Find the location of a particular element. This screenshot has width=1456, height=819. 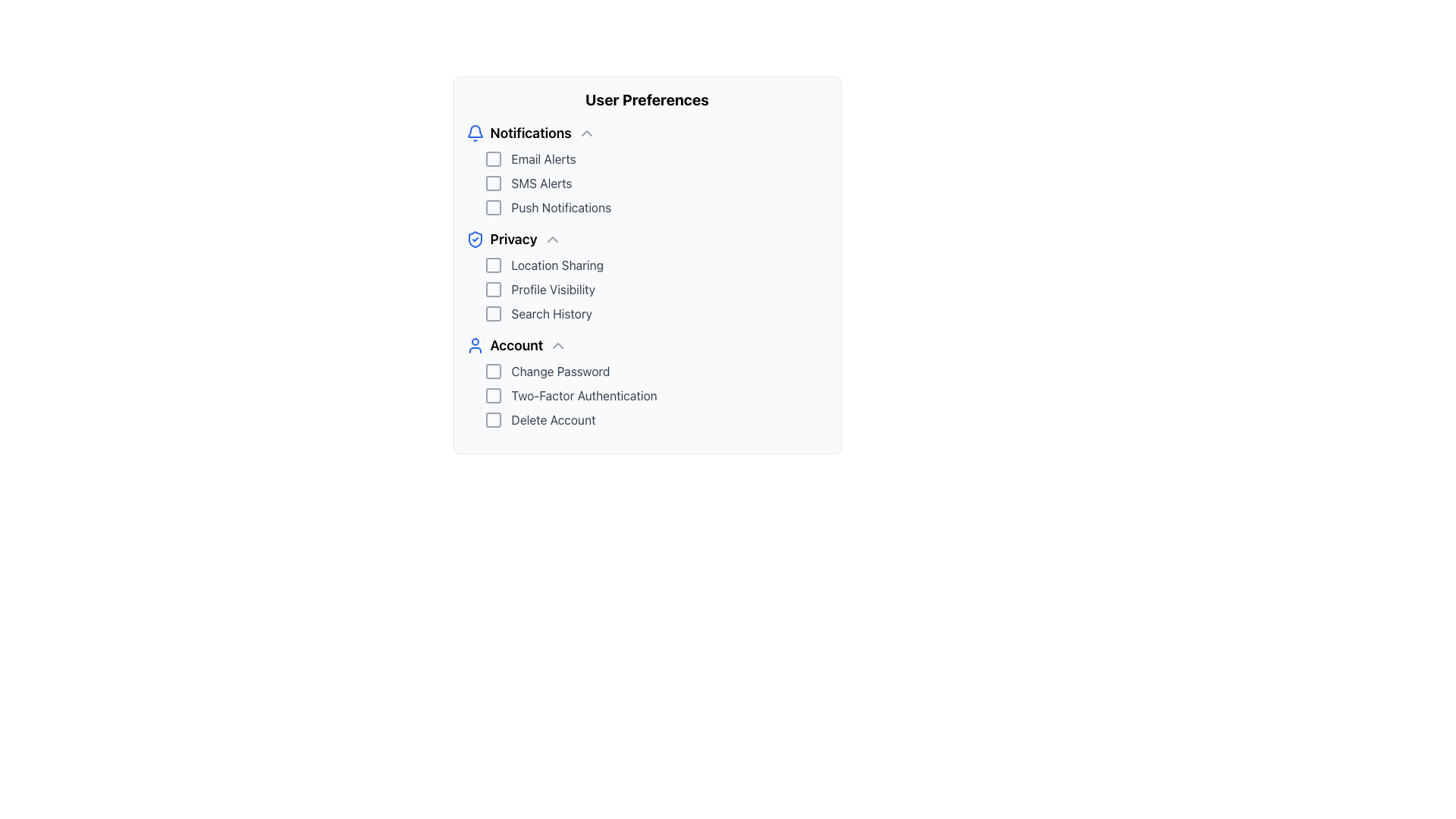

the checkbox for 'Profile Visibility' in the Privacy section is located at coordinates (493, 289).